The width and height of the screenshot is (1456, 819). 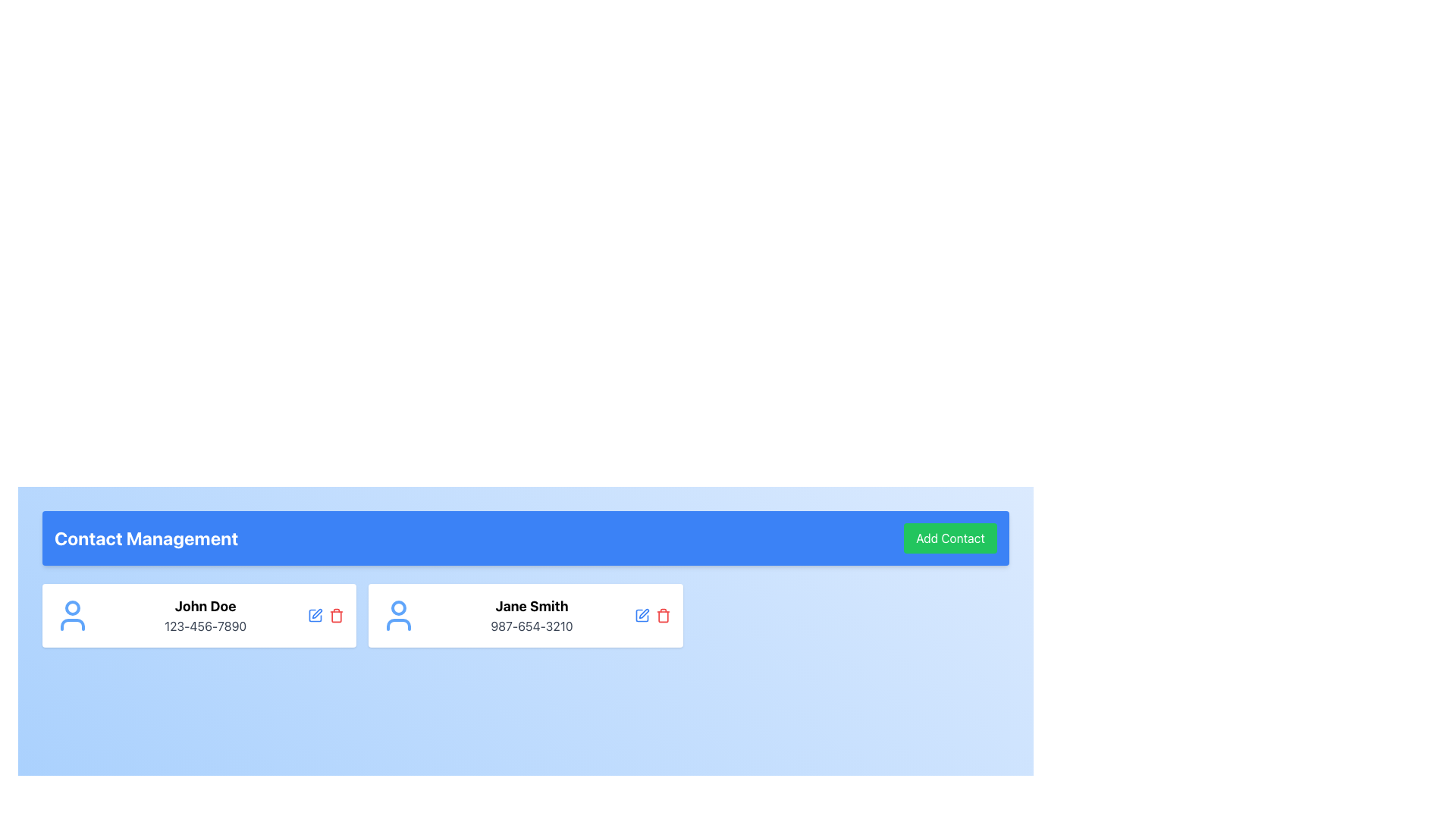 What do you see at coordinates (72, 616) in the screenshot?
I see `the user icon, which is a compact, minimalistic representation of a person with a circular head and blue body, located at the top-left corner of the card containing contact information for 'John Doe'` at bounding box center [72, 616].